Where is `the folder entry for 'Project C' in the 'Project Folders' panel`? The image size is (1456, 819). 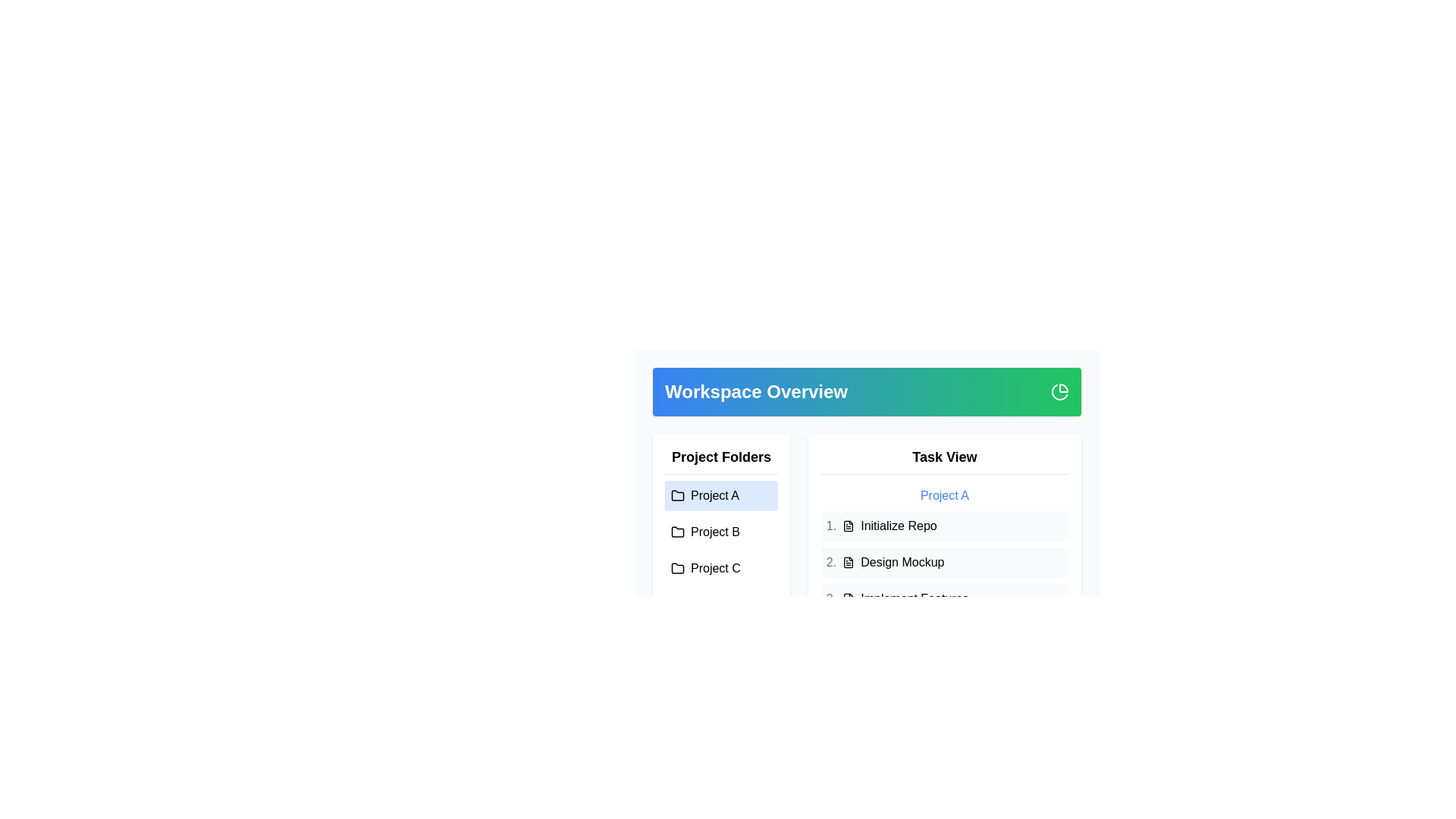
the folder entry for 'Project C' in the 'Project Folders' panel is located at coordinates (720, 568).